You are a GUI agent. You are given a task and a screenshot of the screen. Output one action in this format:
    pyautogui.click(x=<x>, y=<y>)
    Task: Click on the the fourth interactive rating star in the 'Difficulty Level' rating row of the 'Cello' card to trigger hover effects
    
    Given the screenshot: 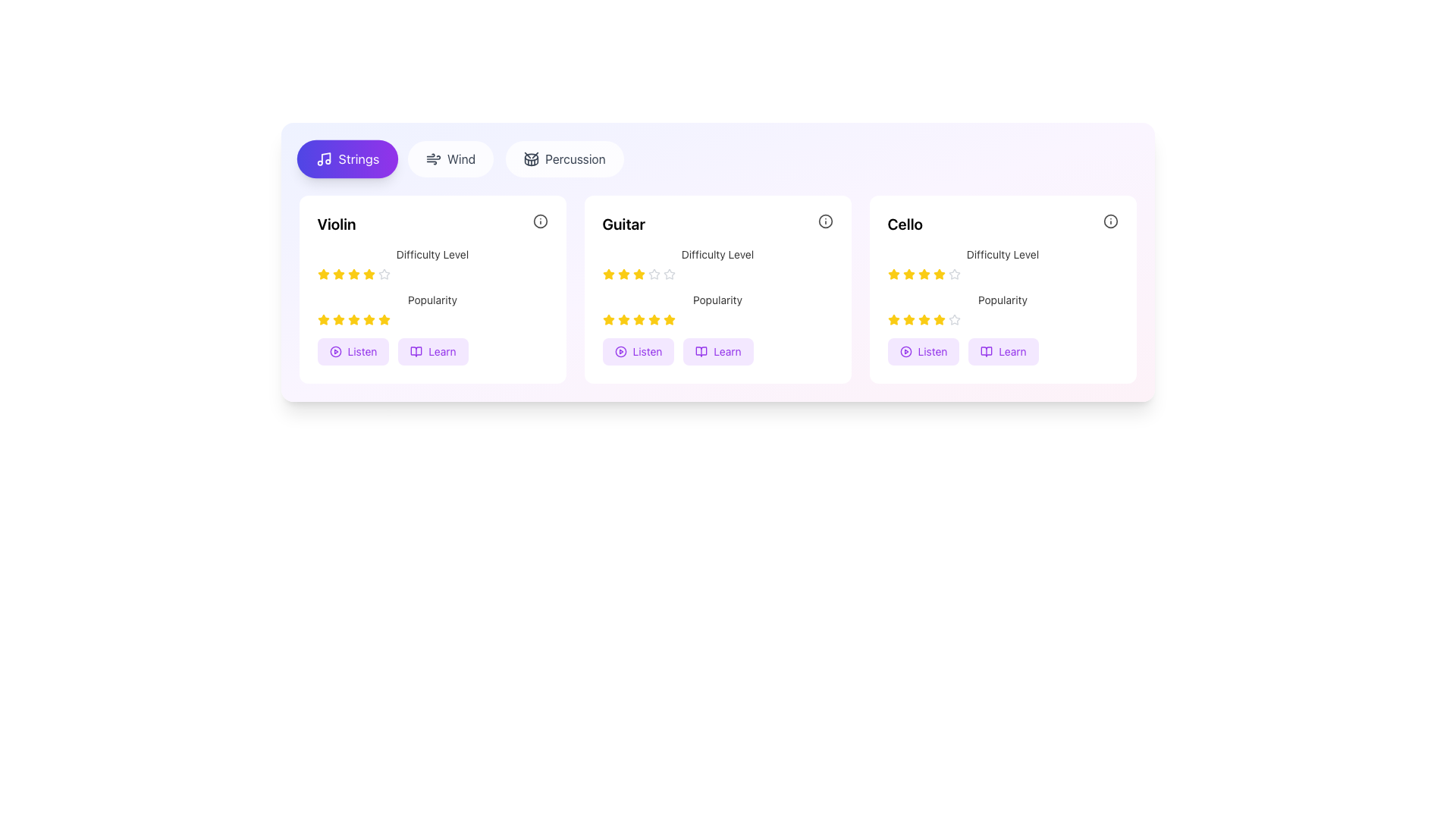 What is the action you would take?
    pyautogui.click(x=938, y=274)
    